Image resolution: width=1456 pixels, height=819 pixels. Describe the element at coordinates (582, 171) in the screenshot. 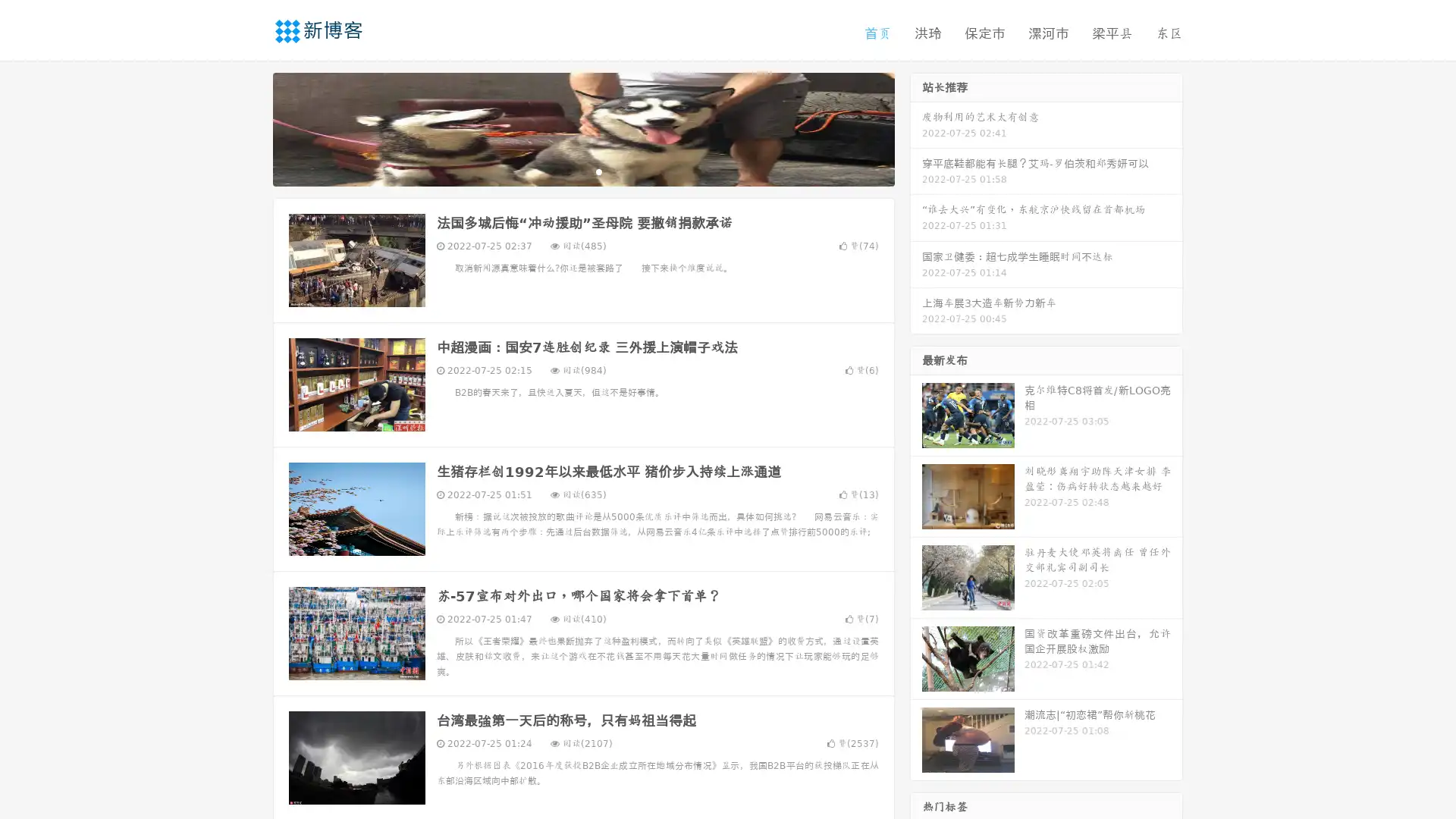

I see `Go to slide 2` at that location.